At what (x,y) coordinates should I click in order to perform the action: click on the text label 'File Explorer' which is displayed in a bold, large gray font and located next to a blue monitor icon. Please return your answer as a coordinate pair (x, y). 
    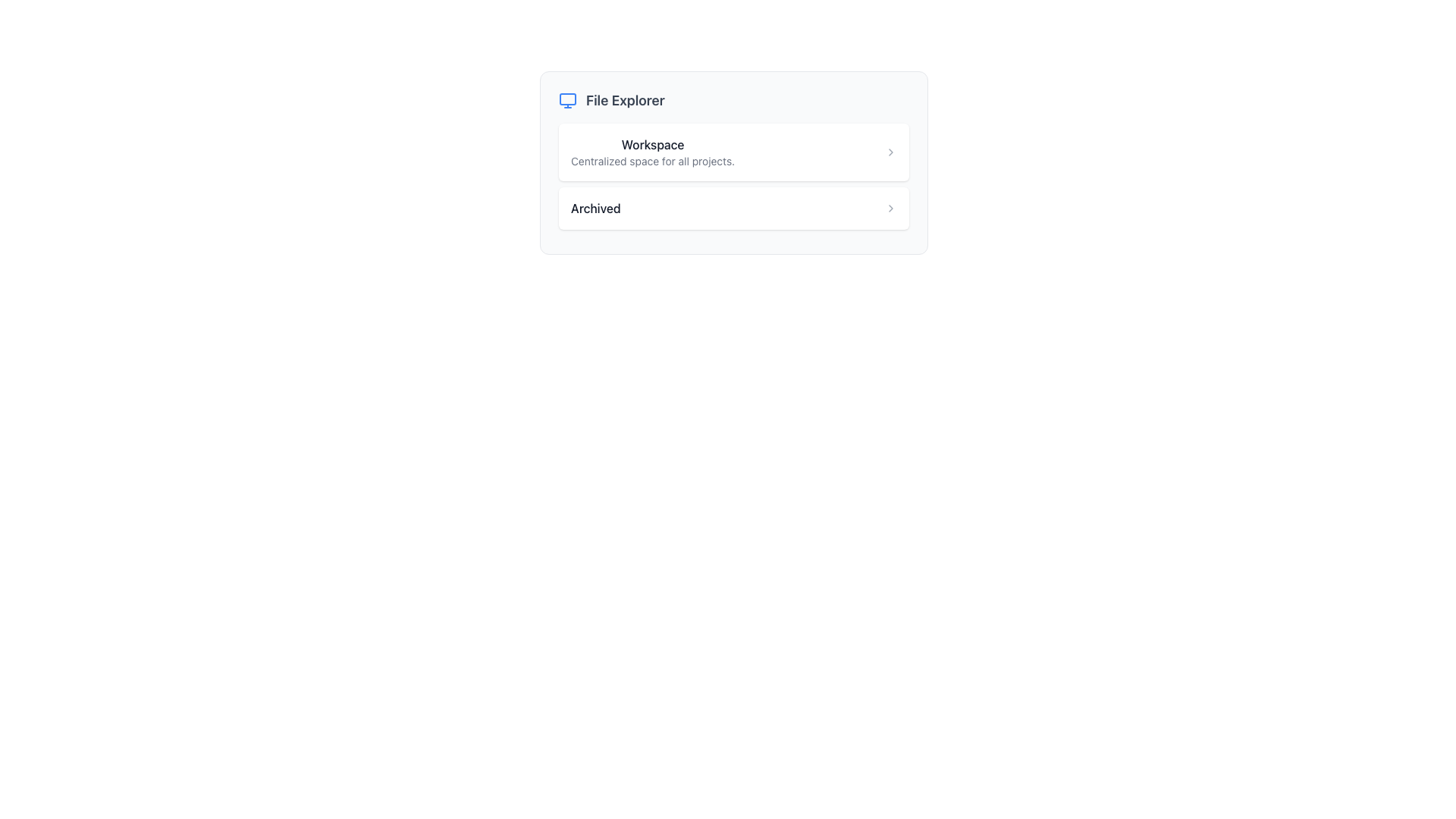
    Looking at the image, I should click on (625, 100).